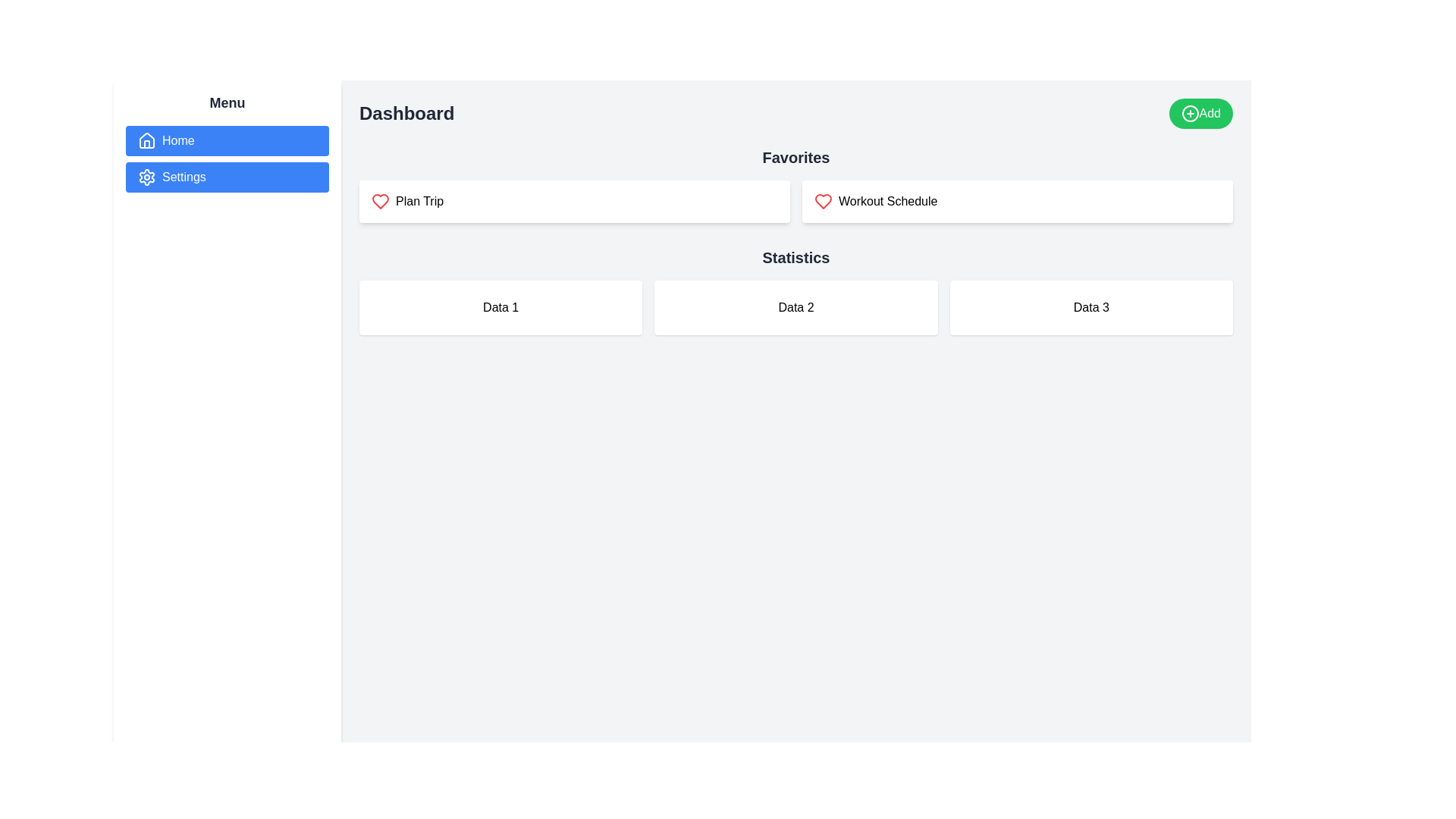 The width and height of the screenshot is (1456, 819). What do you see at coordinates (226, 158) in the screenshot?
I see `the 'Settings' label in the Navigation menu entry, which is the second item in the left panel labeled 'Menu', to go to the settings section` at bounding box center [226, 158].